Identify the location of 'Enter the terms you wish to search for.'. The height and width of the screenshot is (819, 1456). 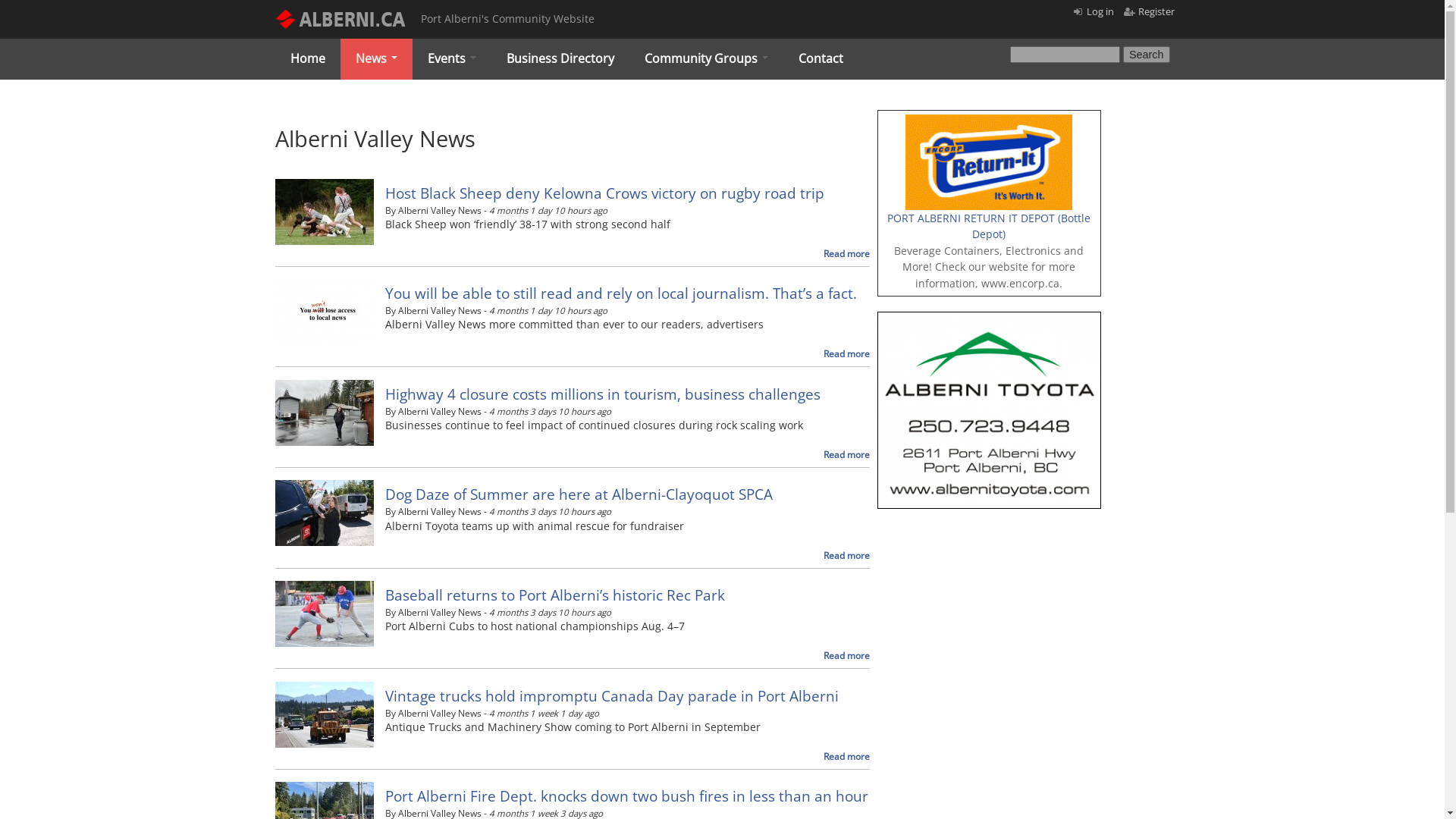
(1064, 54).